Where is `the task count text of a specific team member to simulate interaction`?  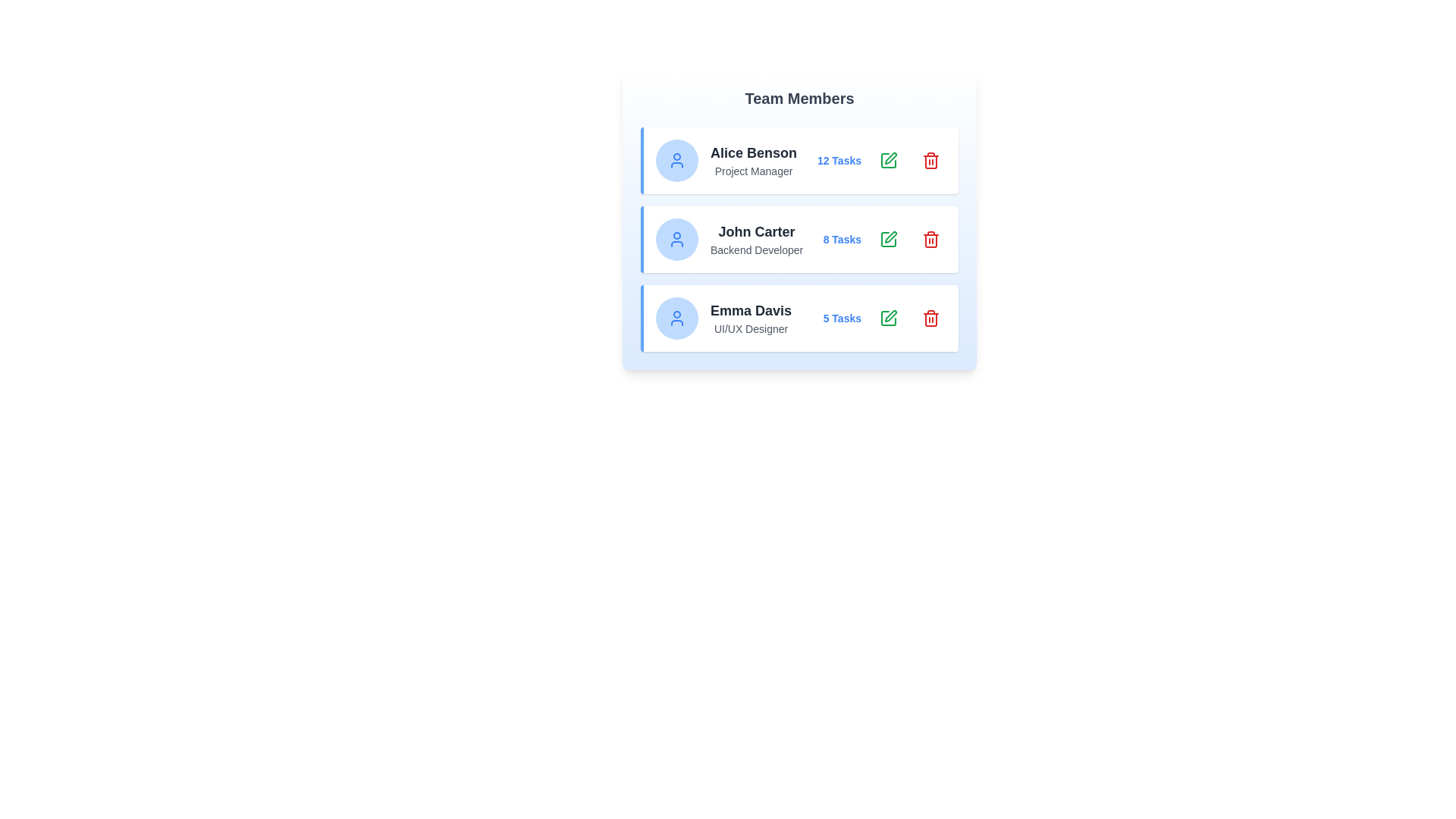 the task count text of a specific team member to simulate interaction is located at coordinates (838, 161).